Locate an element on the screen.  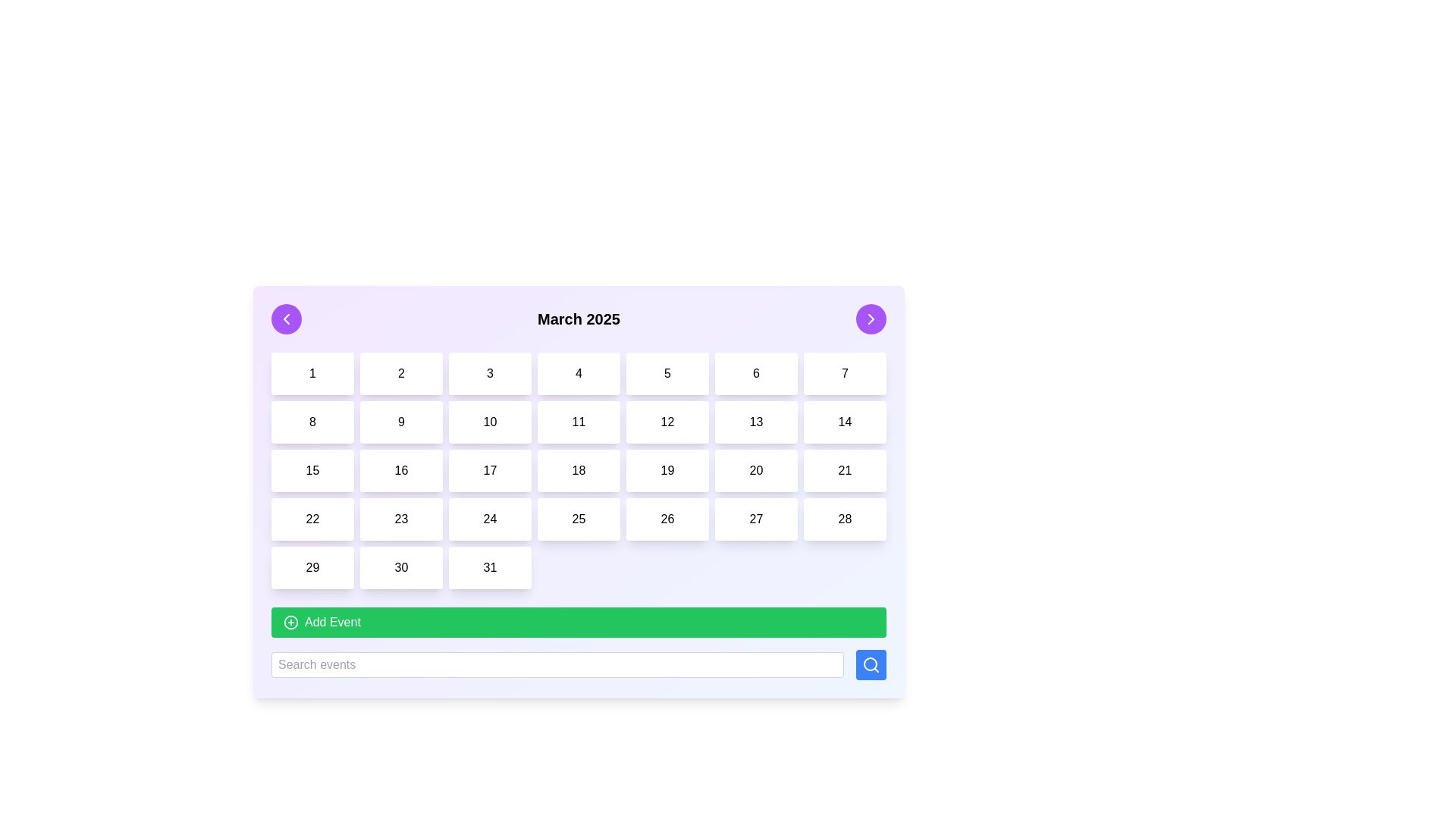
the Calendar day cell located is located at coordinates (401, 470).